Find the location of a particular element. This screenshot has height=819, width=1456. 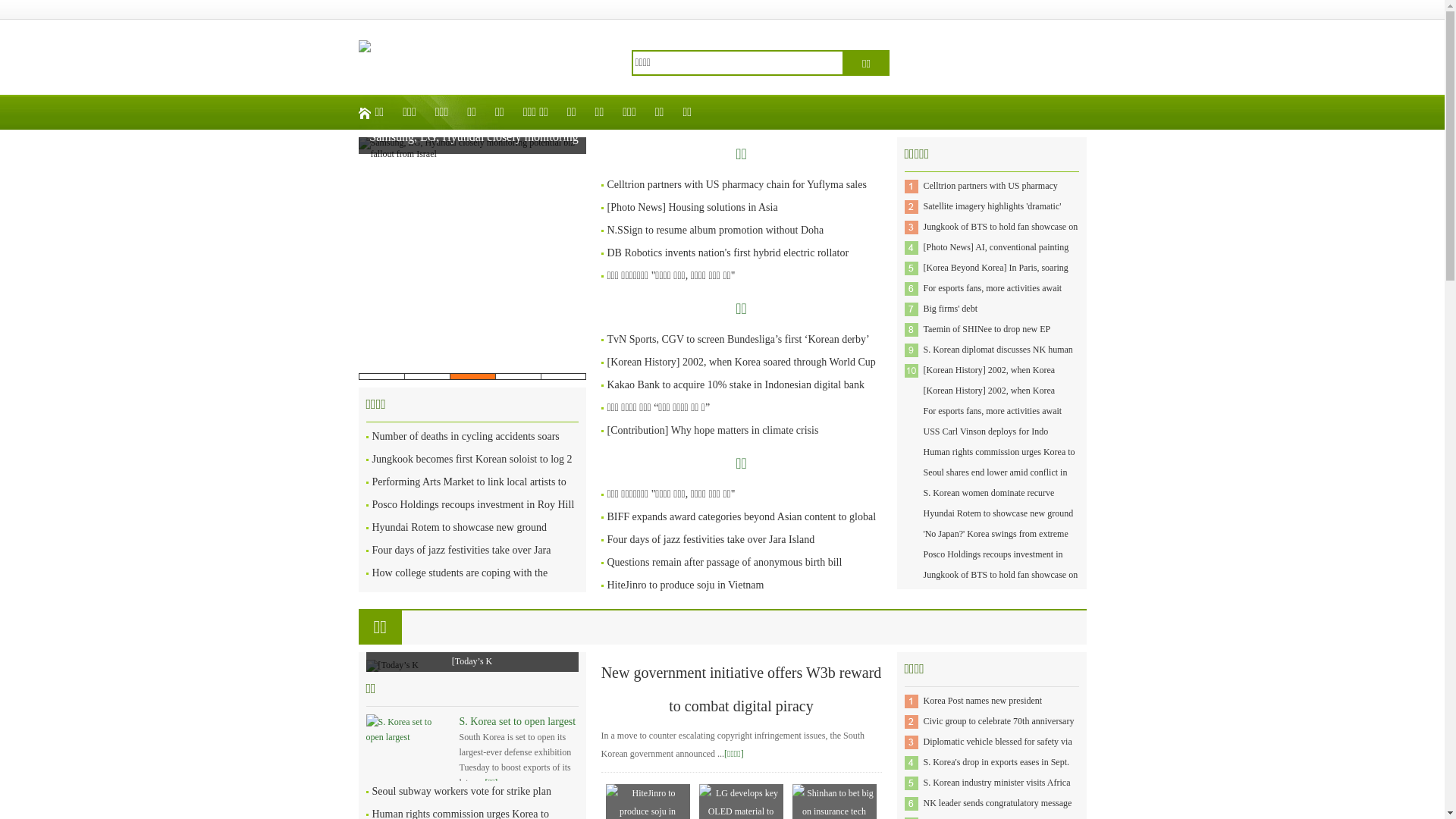

'S. Korean diplomat discusses NK human rights with US envoy' is located at coordinates (998, 359).